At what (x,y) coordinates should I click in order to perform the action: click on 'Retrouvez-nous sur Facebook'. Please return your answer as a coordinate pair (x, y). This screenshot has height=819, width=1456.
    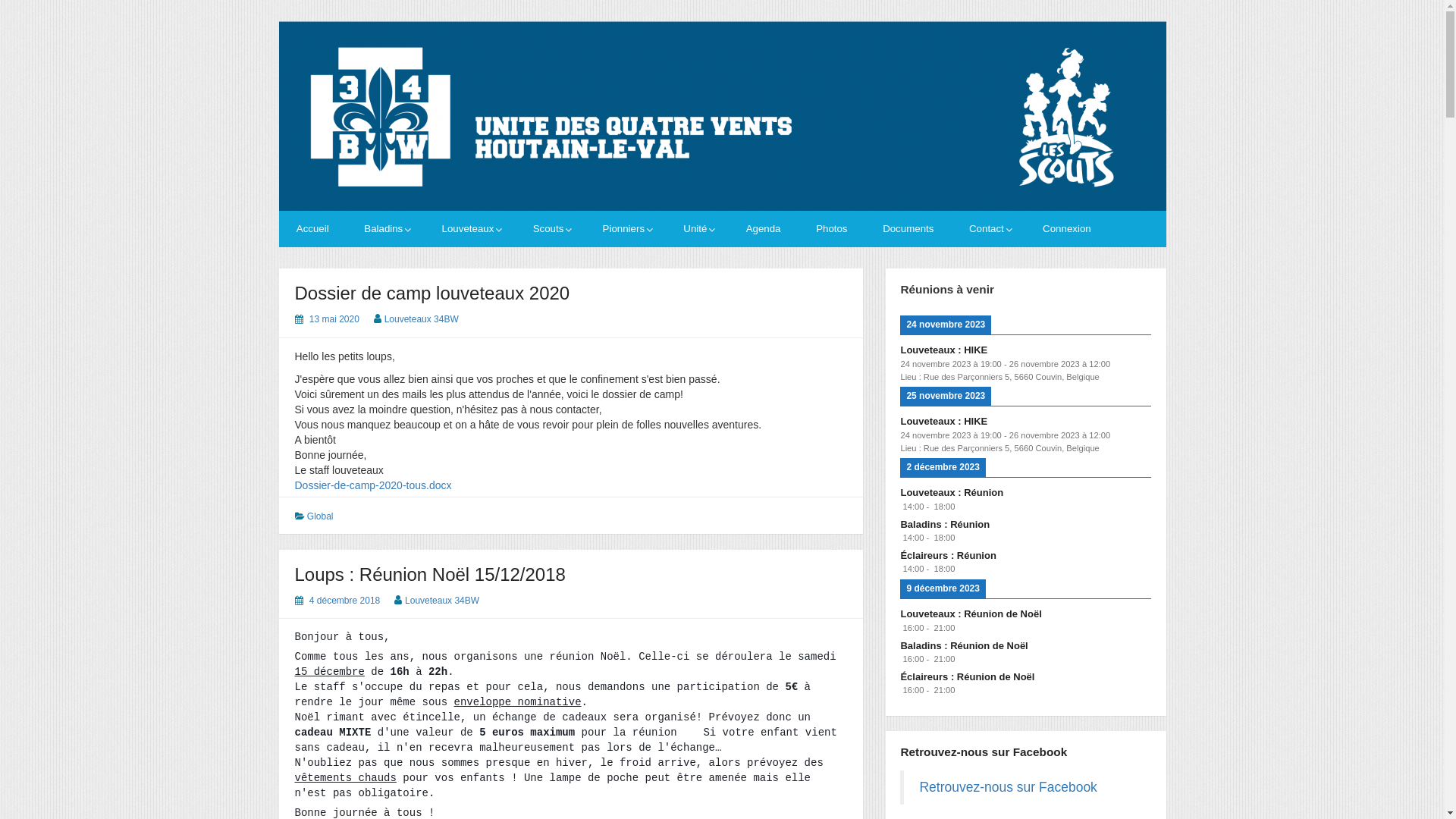
    Looking at the image, I should click on (1008, 786).